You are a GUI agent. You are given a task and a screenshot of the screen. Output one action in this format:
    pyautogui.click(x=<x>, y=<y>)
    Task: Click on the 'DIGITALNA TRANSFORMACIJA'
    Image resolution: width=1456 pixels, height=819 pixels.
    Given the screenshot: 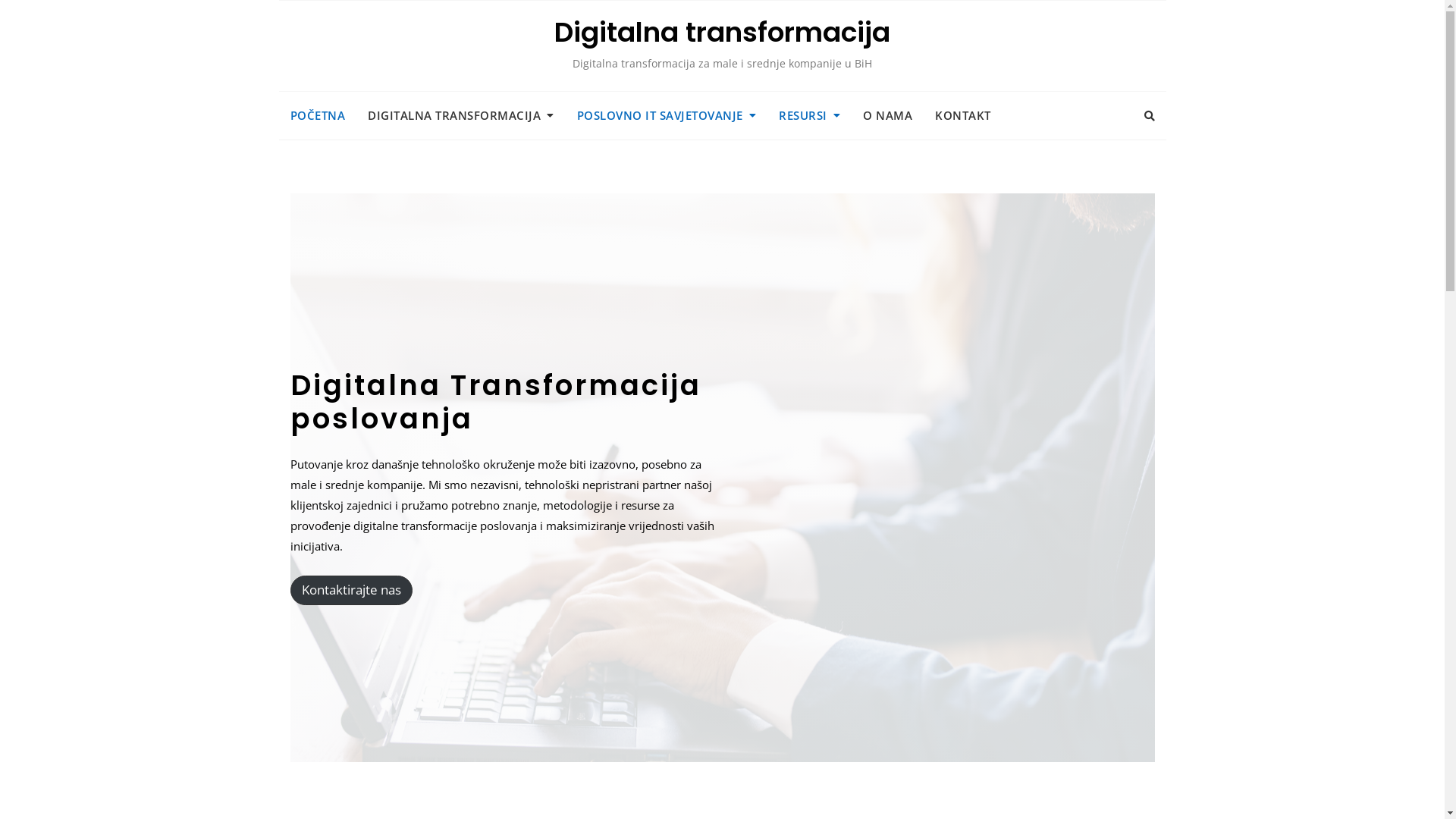 What is the action you would take?
    pyautogui.click(x=460, y=115)
    